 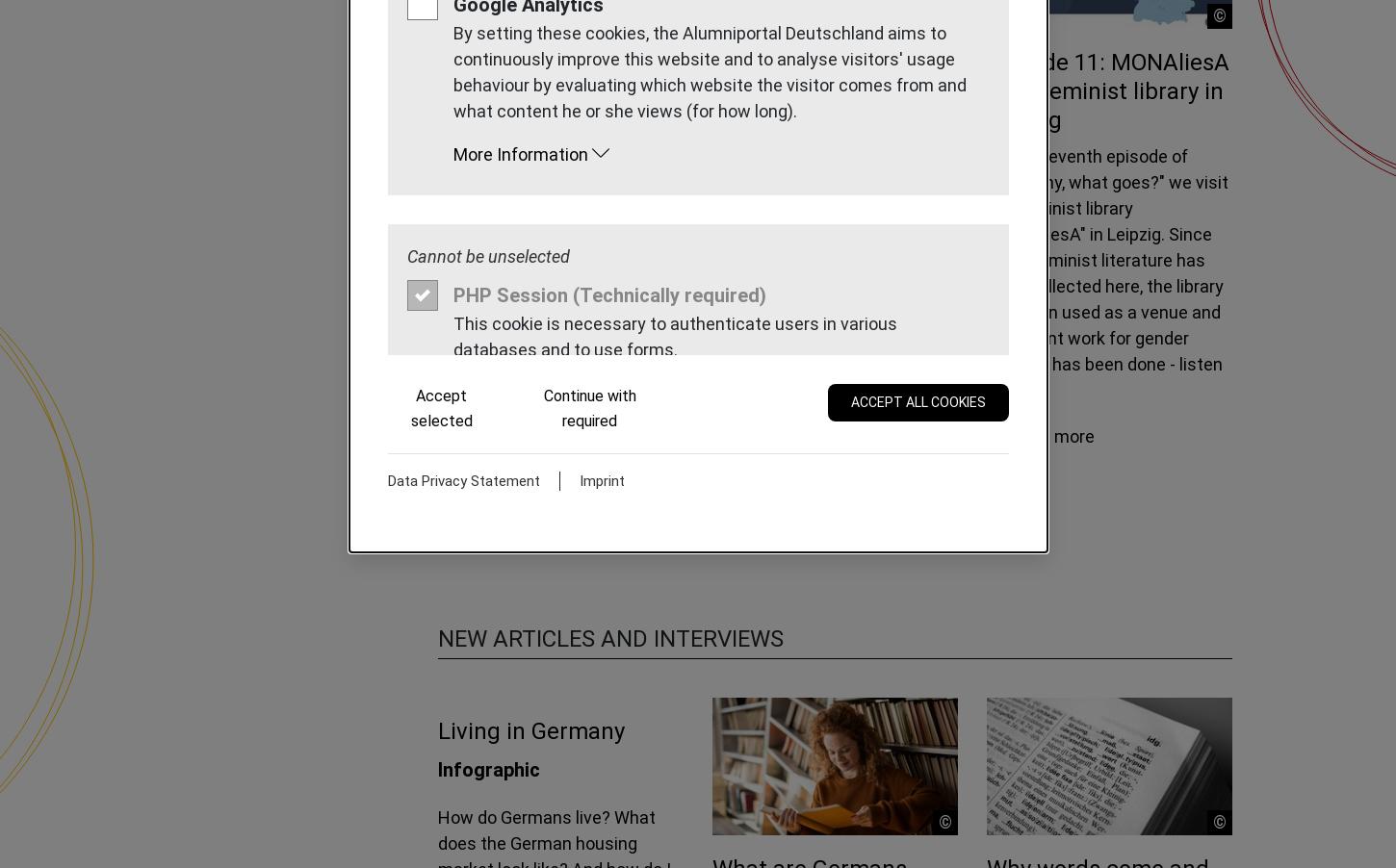 I want to click on 'Episode 11: MONAliesA - the feminist library in Leipzig', so click(x=987, y=89).